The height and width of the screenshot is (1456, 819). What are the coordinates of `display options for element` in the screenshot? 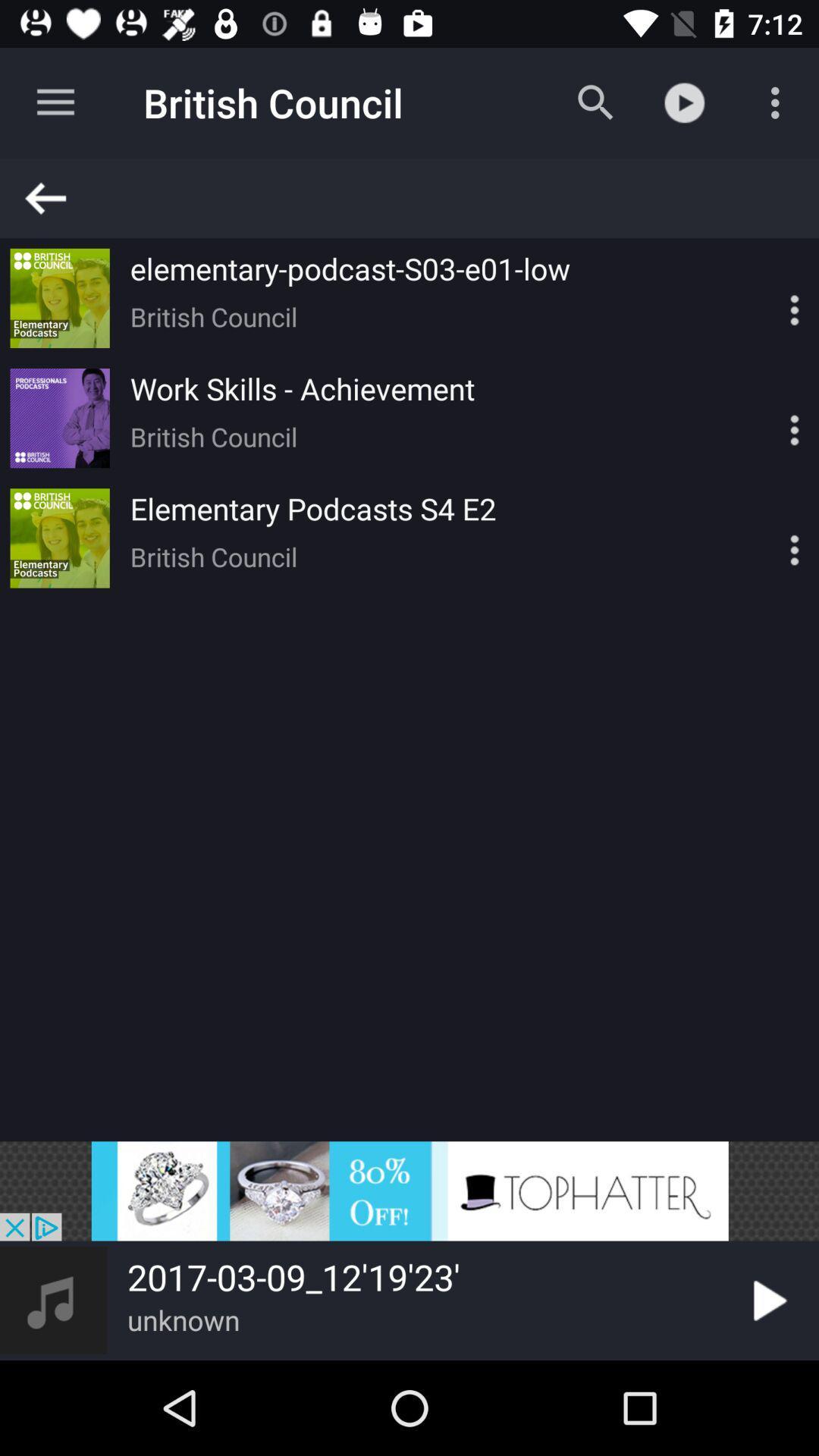 It's located at (768, 538).